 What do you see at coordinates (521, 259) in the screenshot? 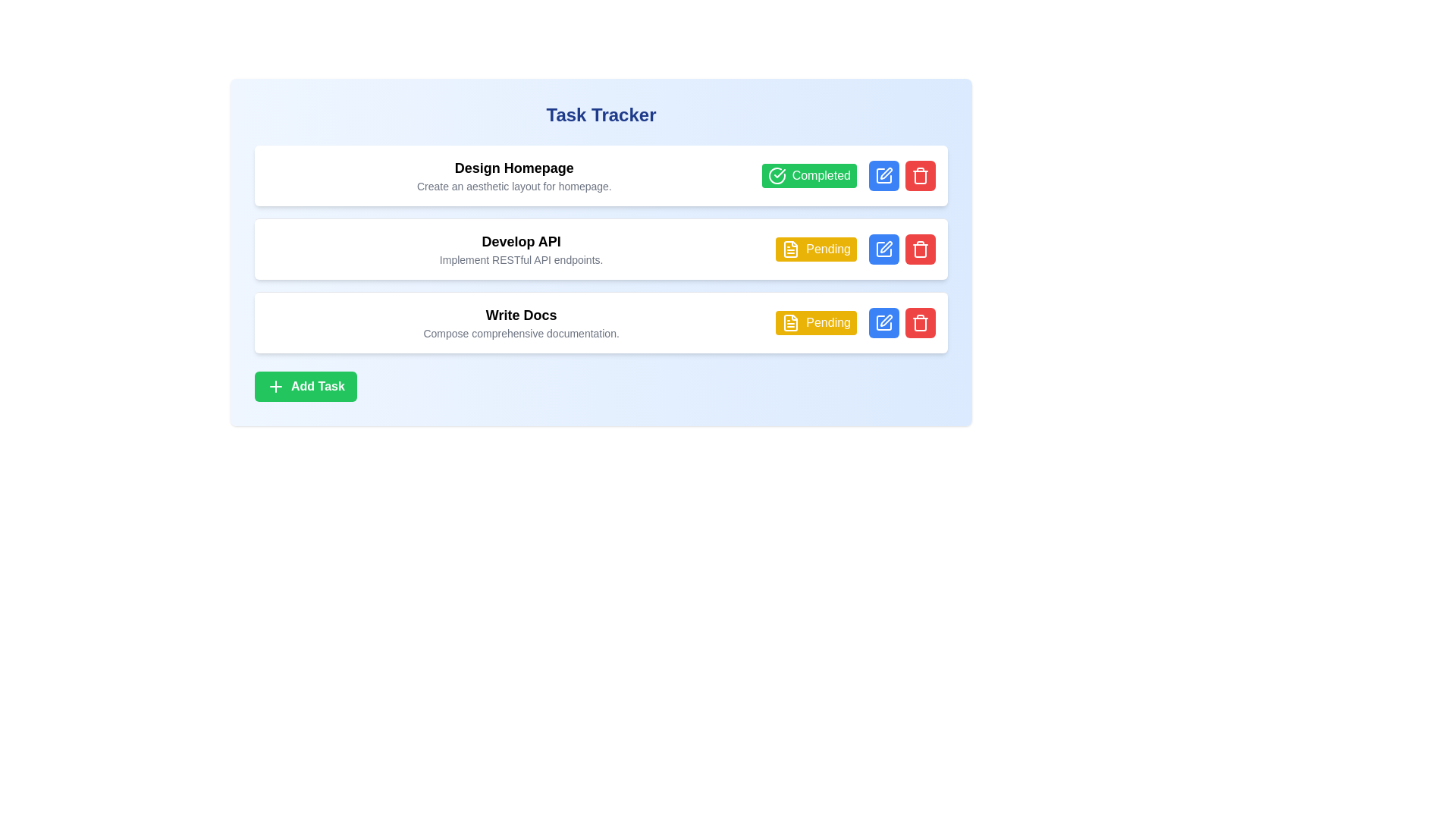
I see `the text label that reads 'Implement RESTful API endpoints.' which is styled in a small light-gray font and positioned below the bold 'Develop API' text in the middle task card` at bounding box center [521, 259].